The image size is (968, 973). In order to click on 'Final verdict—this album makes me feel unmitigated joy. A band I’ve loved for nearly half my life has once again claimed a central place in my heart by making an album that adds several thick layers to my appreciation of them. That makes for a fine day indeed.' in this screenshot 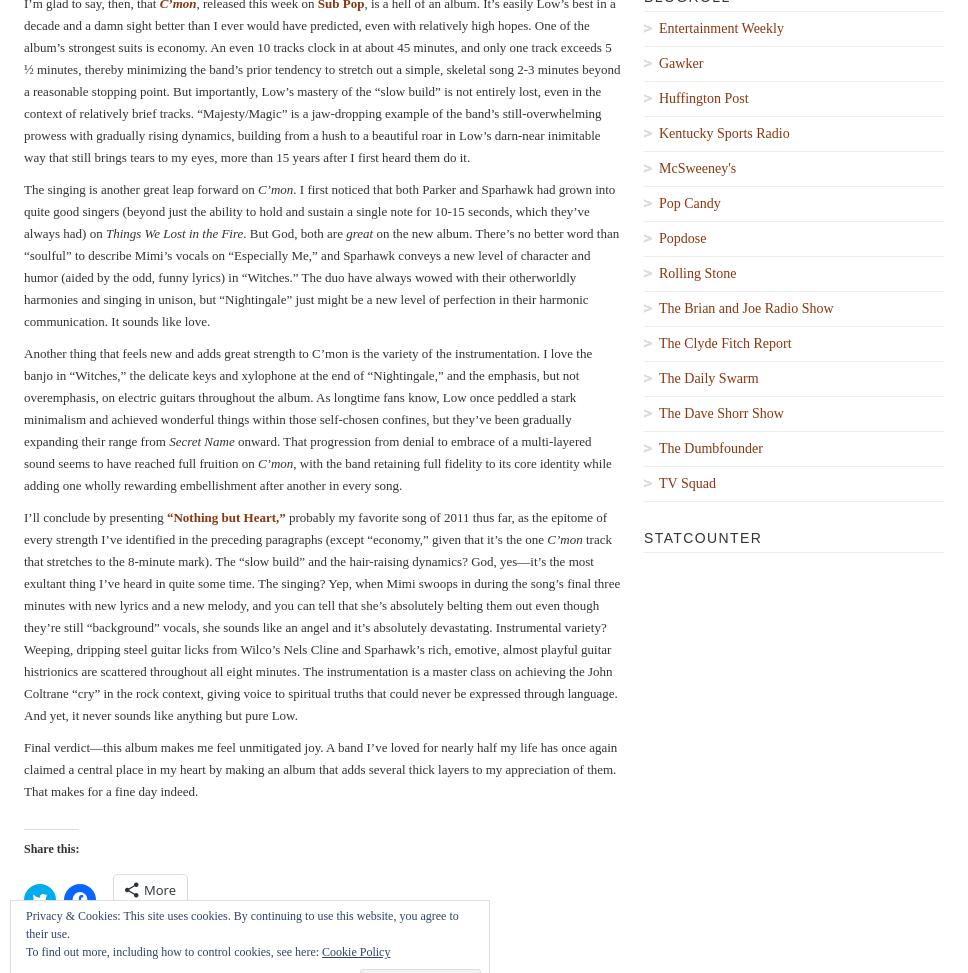, I will do `click(319, 767)`.